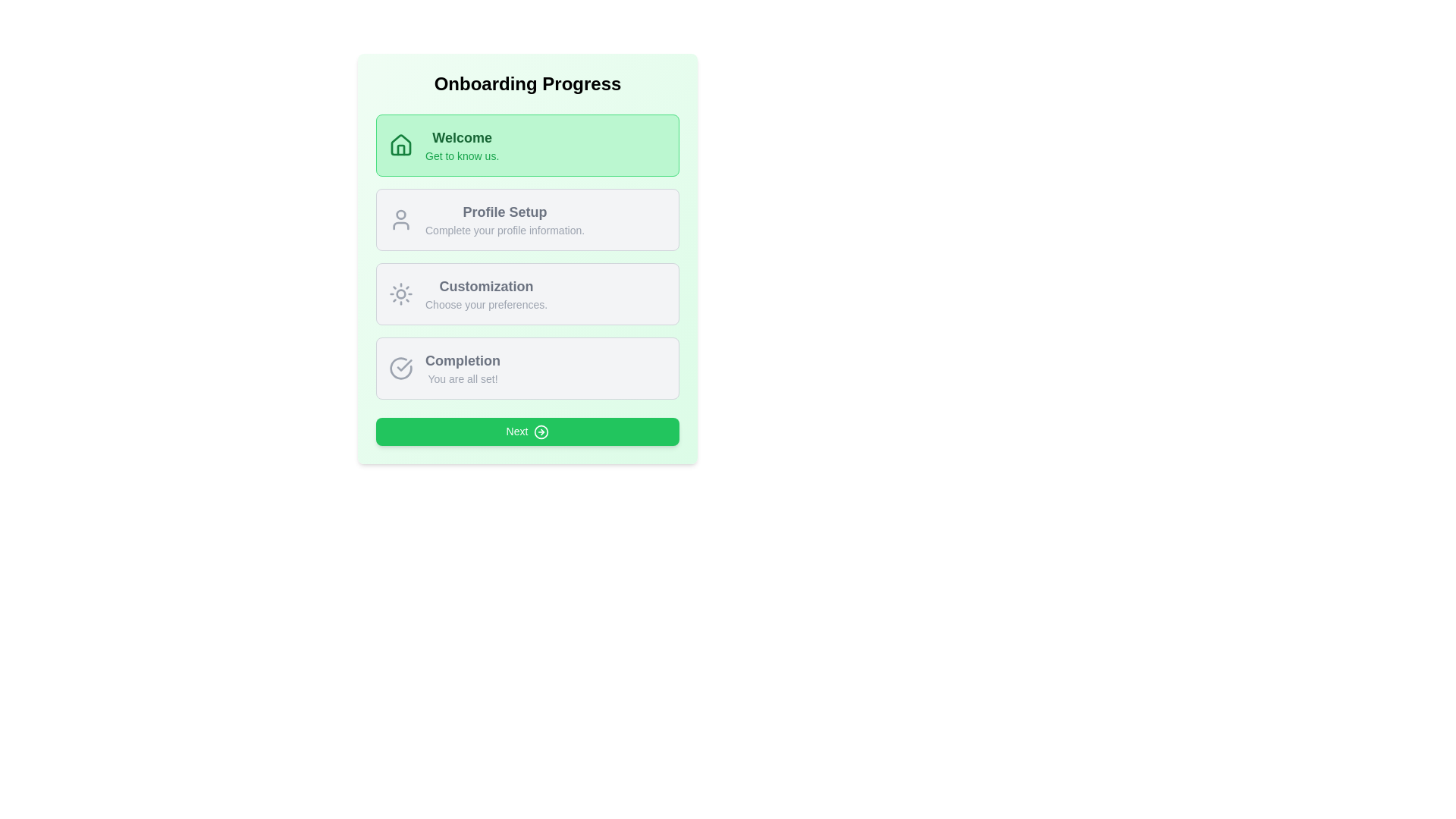  I want to click on welcoming greeting and short description from the header text element in the 'Onboarding Progress' interface, located adjacent to the home-shaped icon, so click(461, 146).